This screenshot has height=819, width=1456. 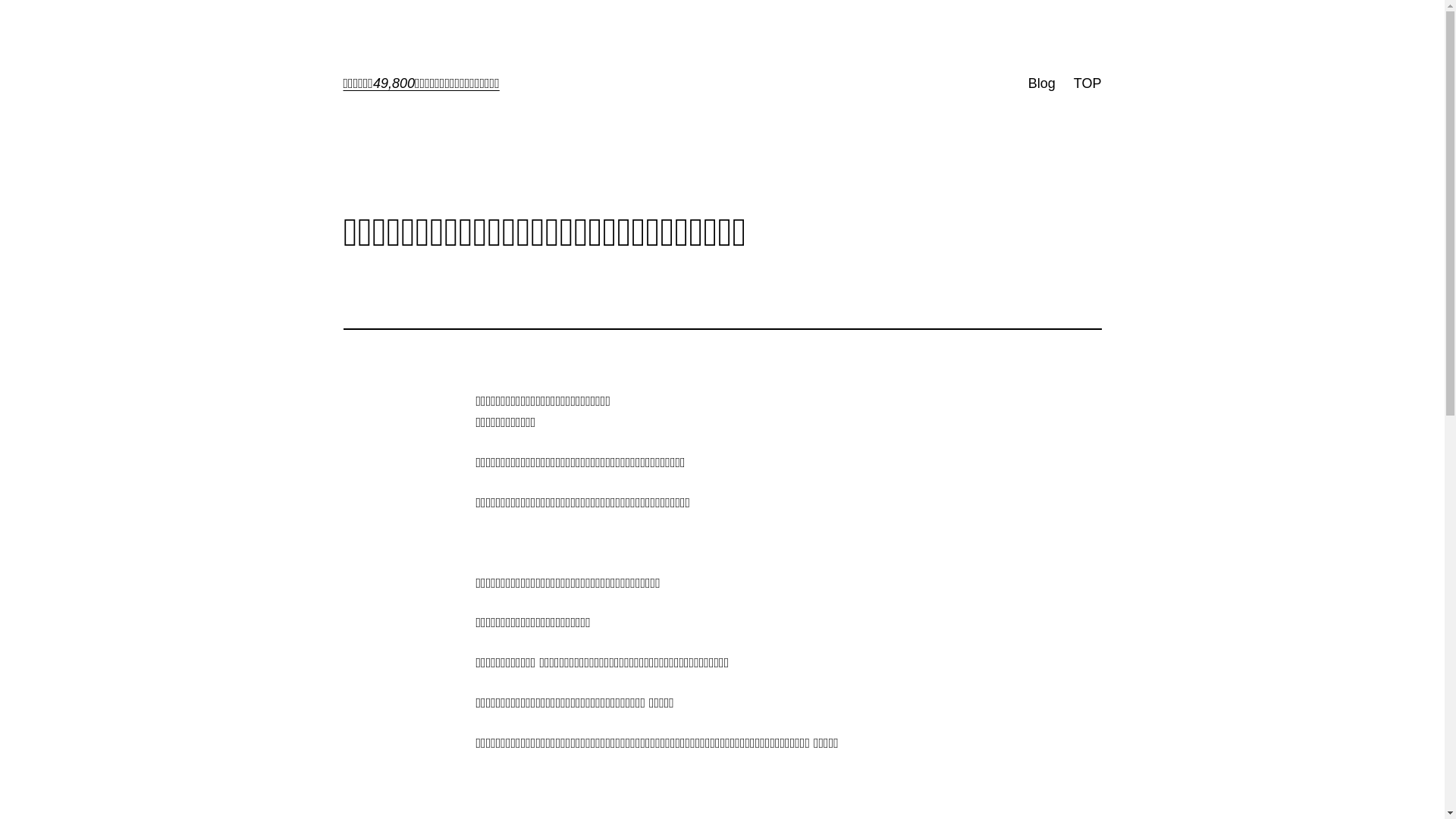 What do you see at coordinates (1087, 83) in the screenshot?
I see `'TOP'` at bounding box center [1087, 83].